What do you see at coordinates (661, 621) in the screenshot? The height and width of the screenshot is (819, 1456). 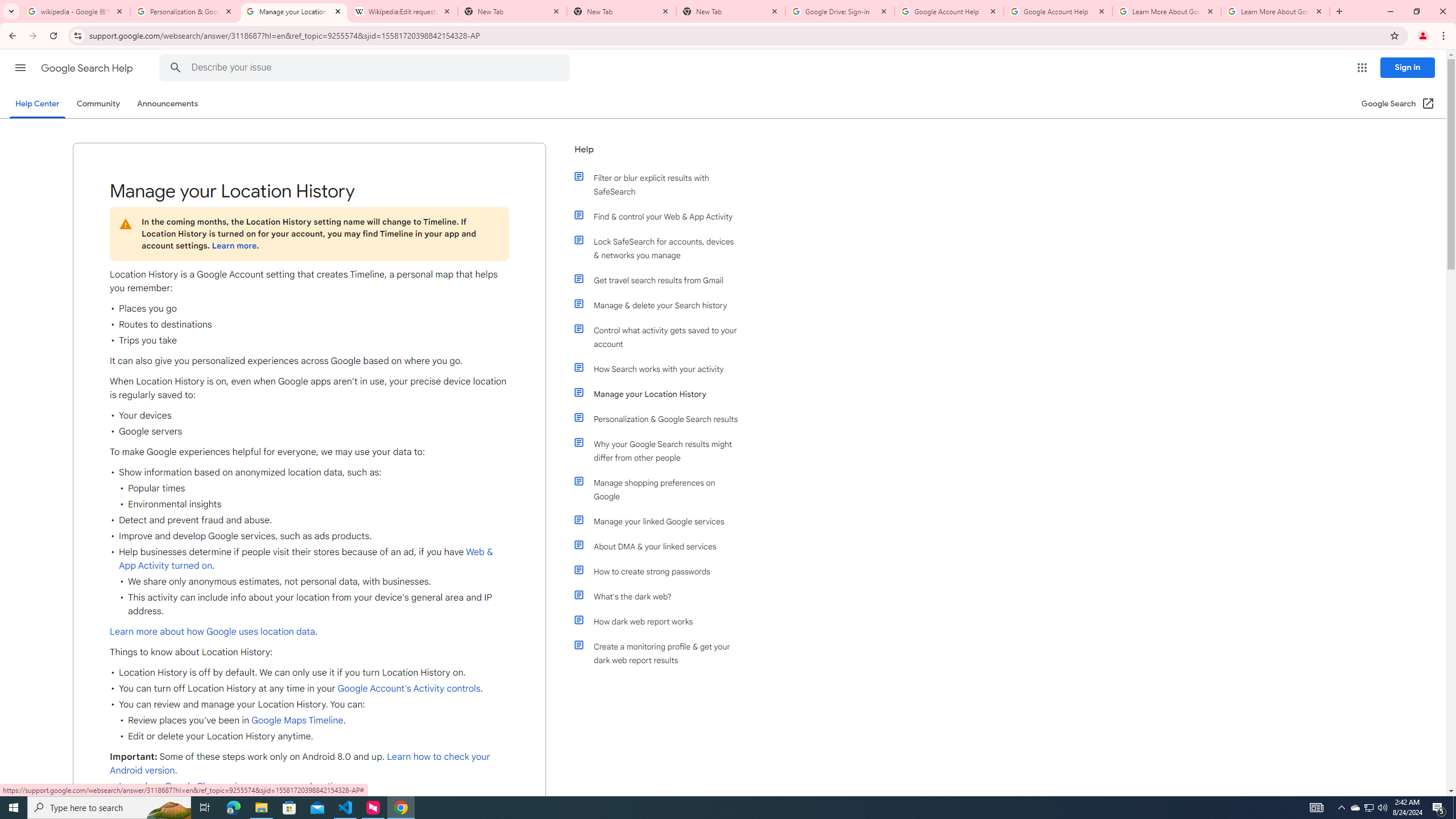 I see `'How dark web report works'` at bounding box center [661, 621].